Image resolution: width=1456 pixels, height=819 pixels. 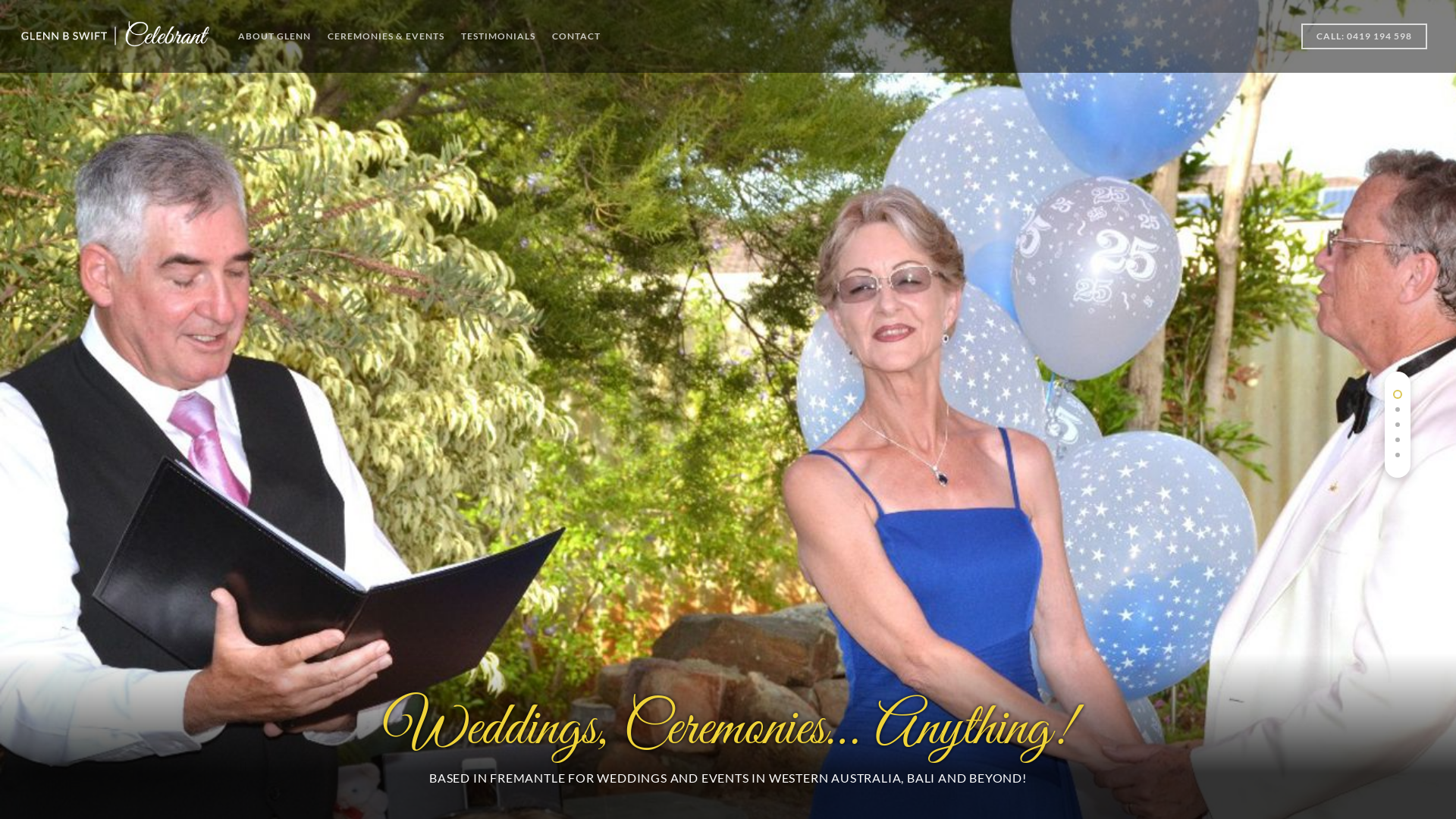 What do you see at coordinates (1364, 45) in the screenshot?
I see `'CALL: 0419 194 598'` at bounding box center [1364, 45].